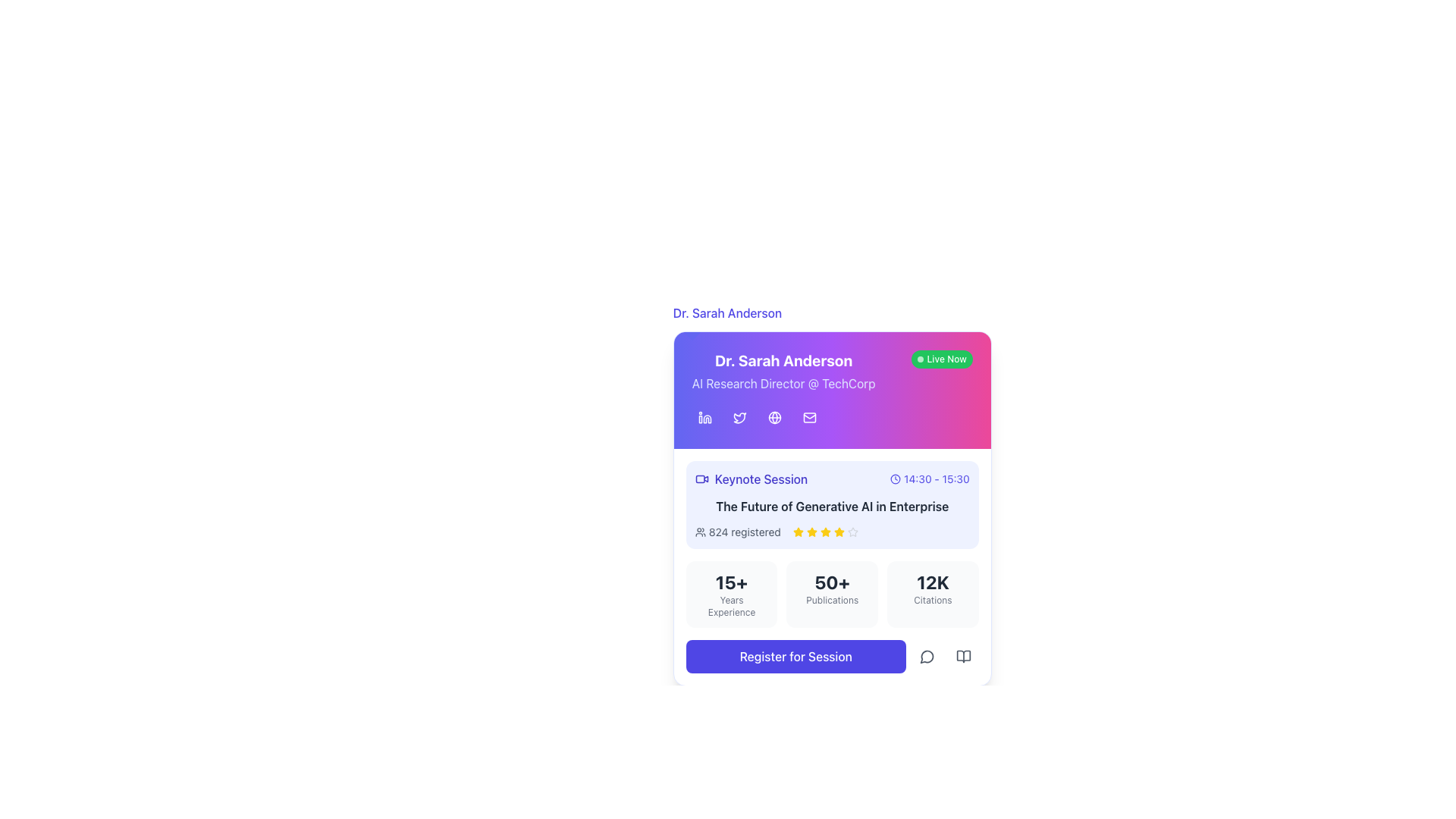 The width and height of the screenshot is (1456, 819). I want to click on the Rating display component located centrally below '824 registered' and above session statistics (15+, 50+, 12K) in the card's details section, so click(824, 532).